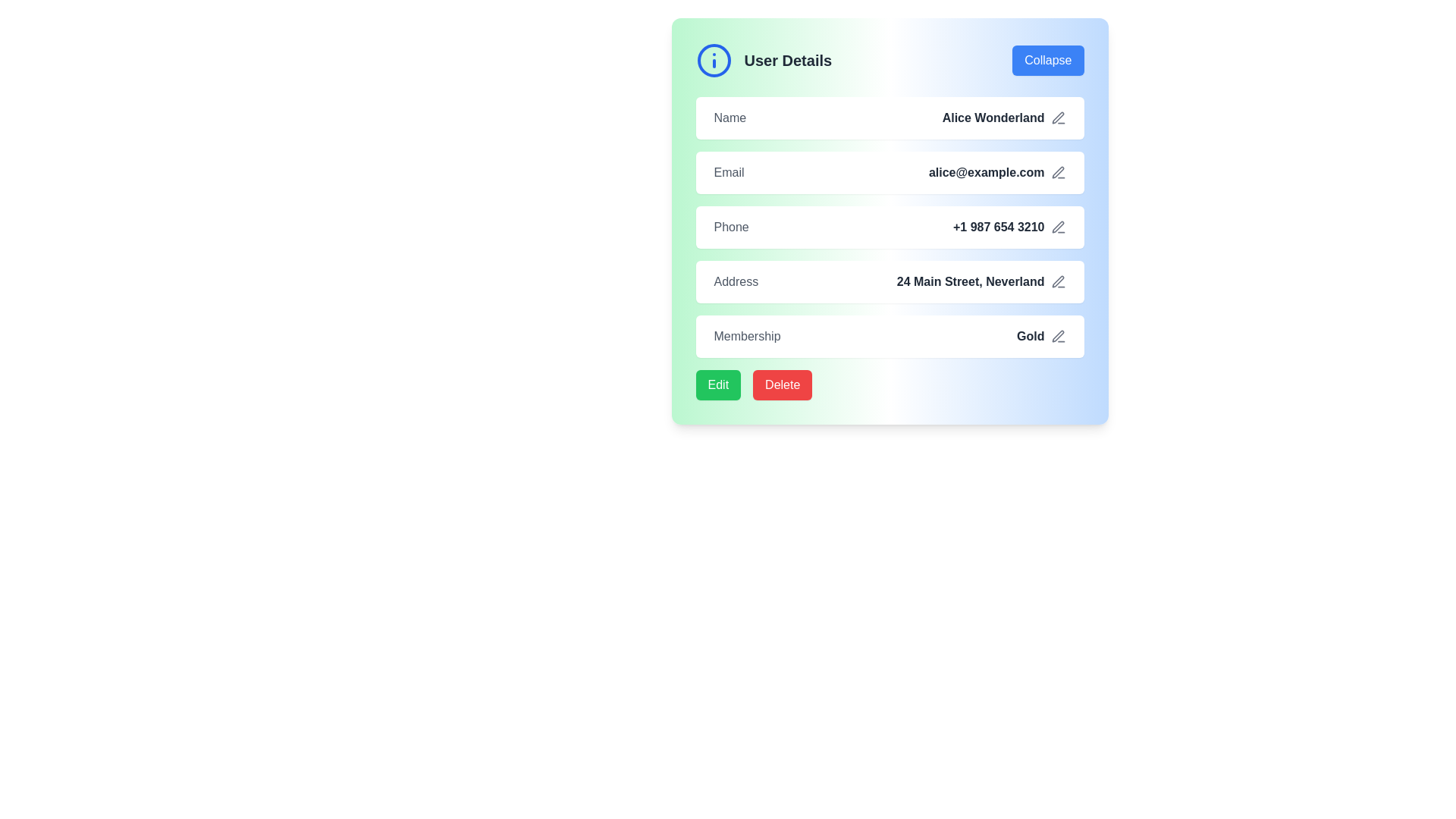 The width and height of the screenshot is (1456, 819). I want to click on the 'Gold' membership level text label with pen icon located in the 'Membership' section of the user details card, so click(1040, 335).